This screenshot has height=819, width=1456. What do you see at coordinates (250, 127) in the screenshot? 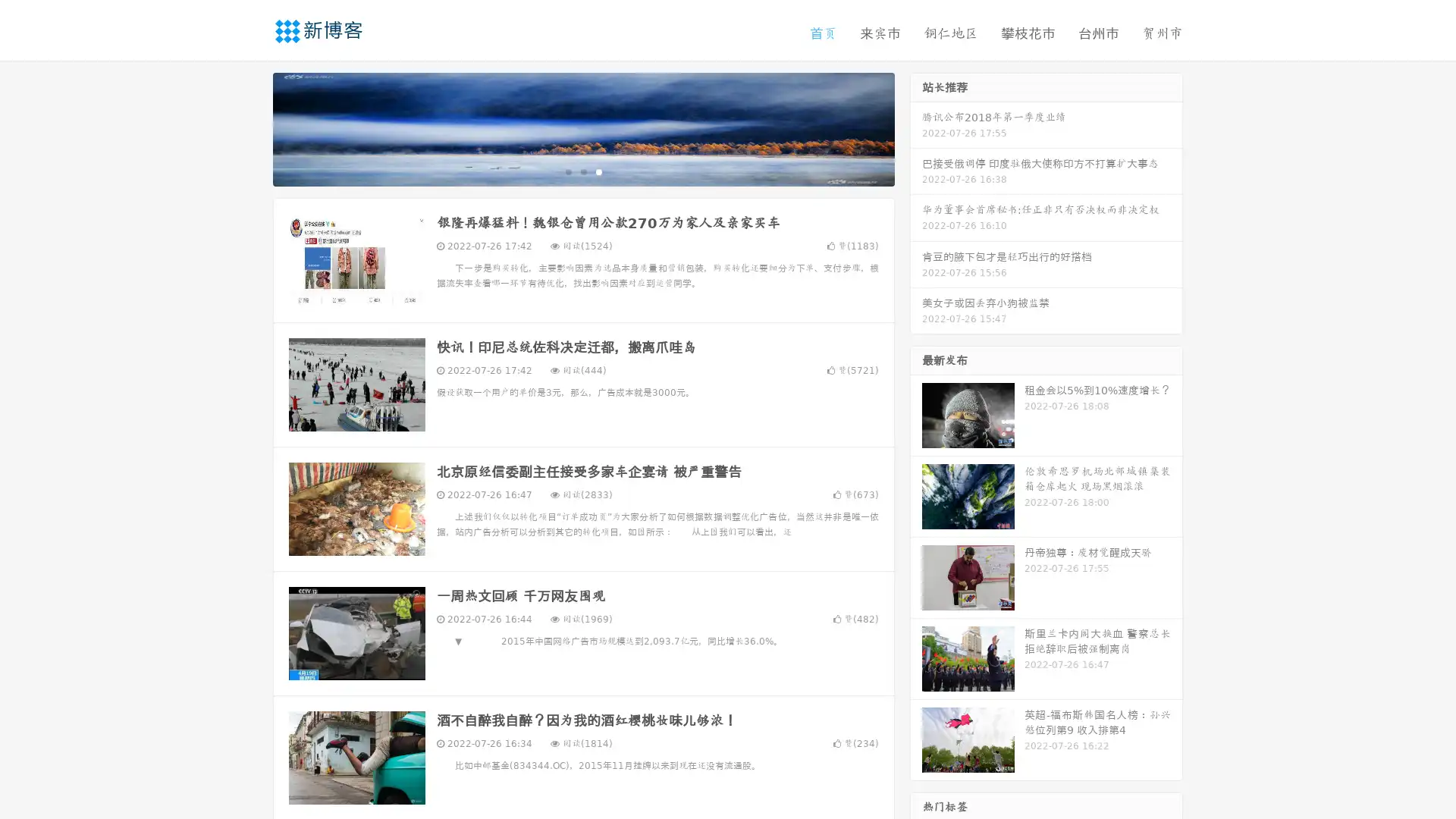
I see `Previous slide` at bounding box center [250, 127].